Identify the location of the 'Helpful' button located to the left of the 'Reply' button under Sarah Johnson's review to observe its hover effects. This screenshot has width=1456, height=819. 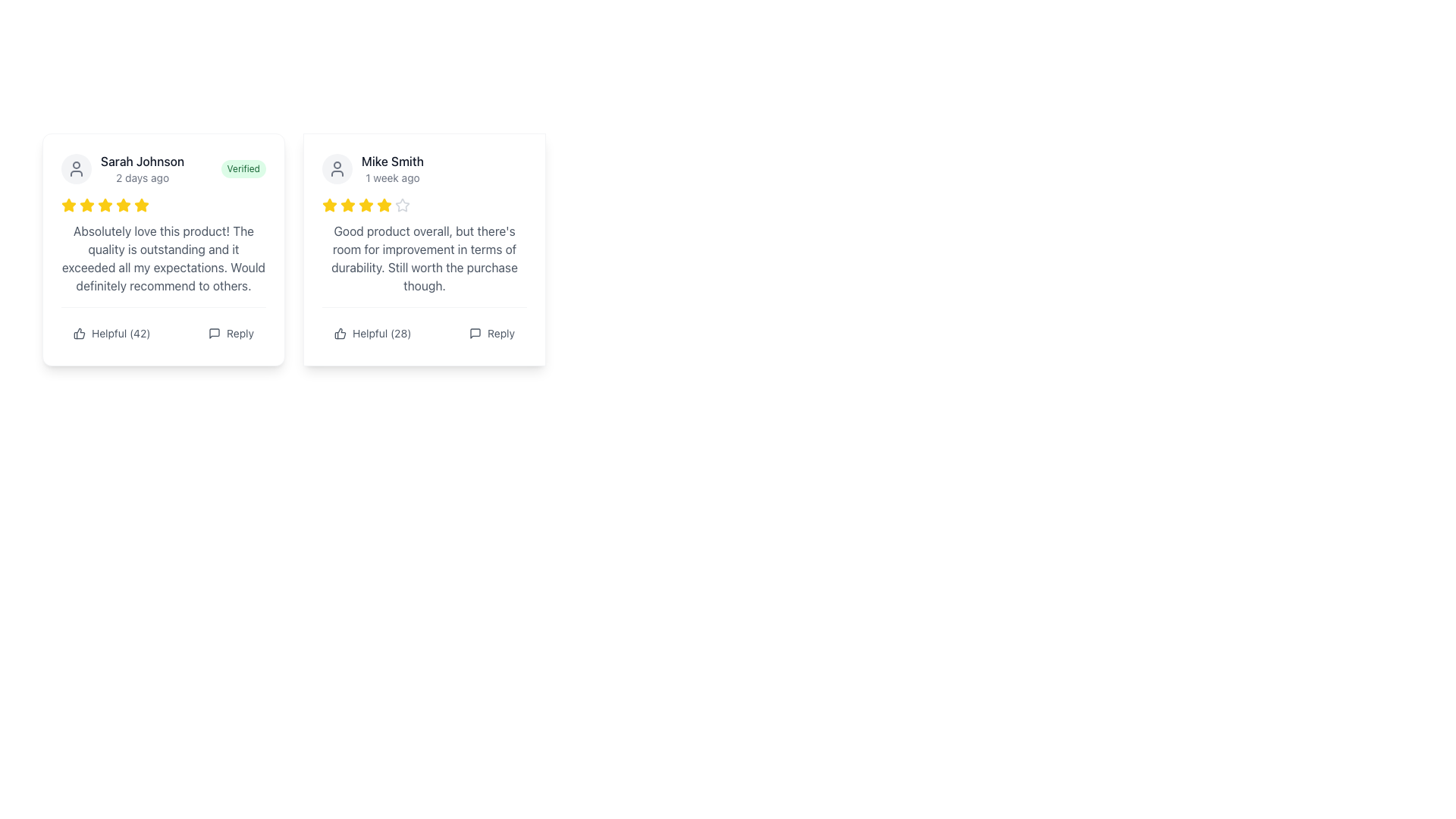
(111, 332).